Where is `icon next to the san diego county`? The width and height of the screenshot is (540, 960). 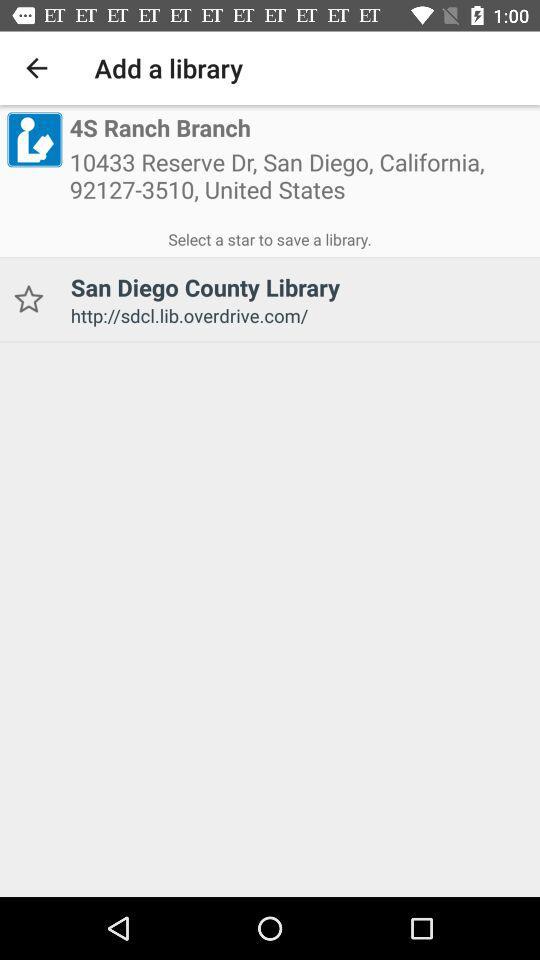
icon next to the san diego county is located at coordinates (27, 298).